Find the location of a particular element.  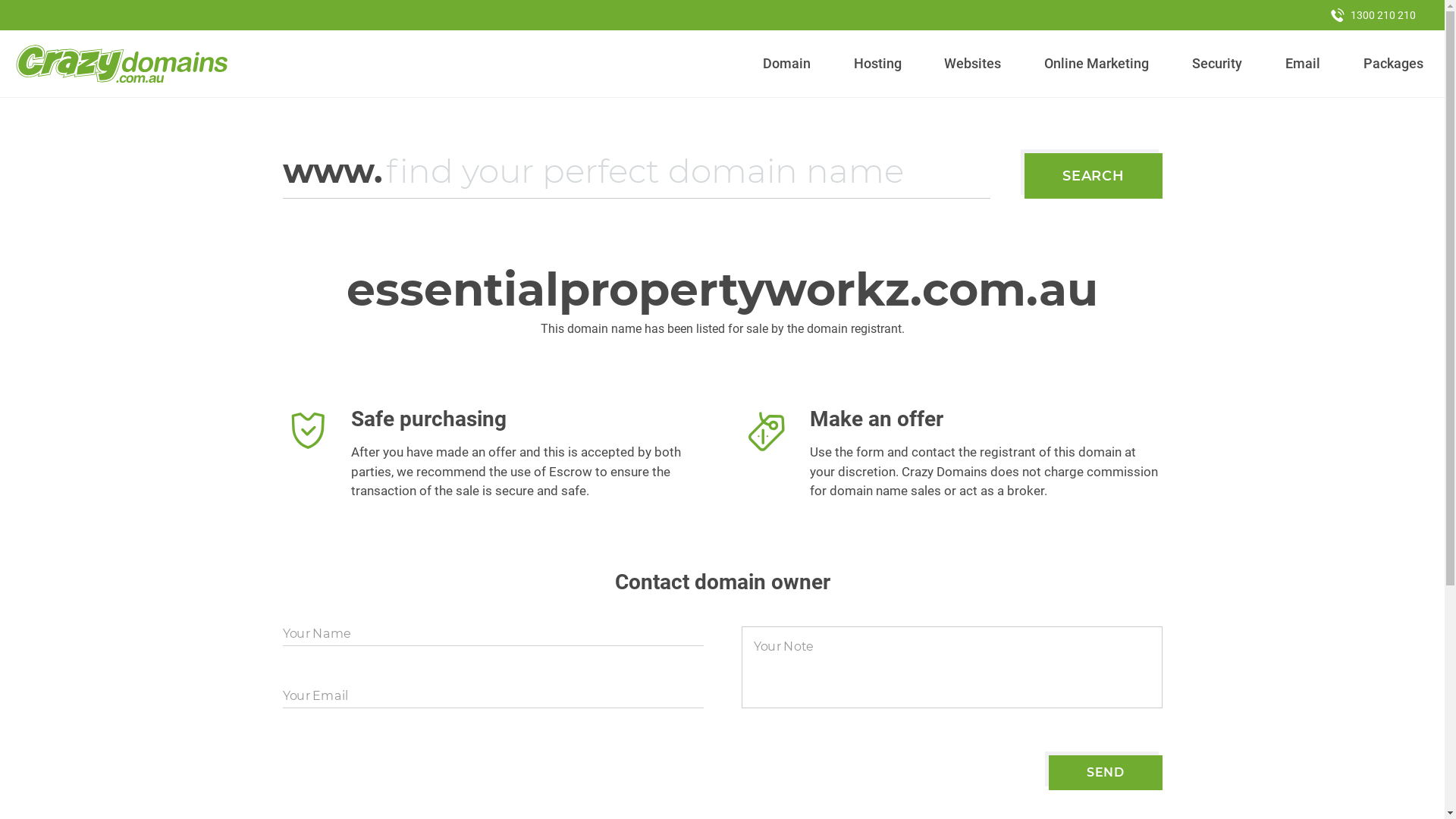

'Online Marketing' is located at coordinates (1097, 63).